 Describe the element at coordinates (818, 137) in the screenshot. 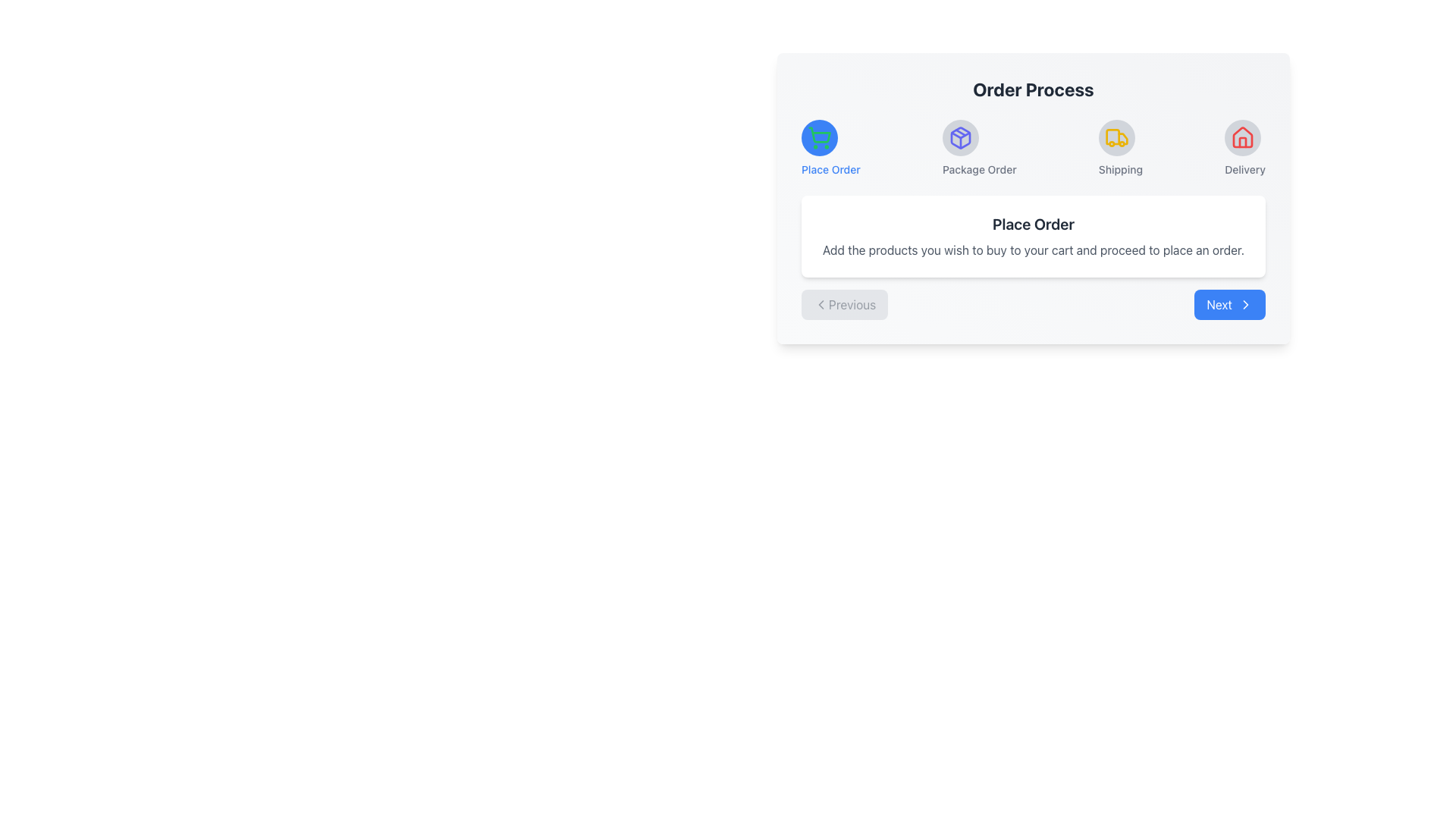

I see `the shopping cart icon, which is the first step in the 'Order Process' sequence, marked with a green outline and a blue circular background` at that location.